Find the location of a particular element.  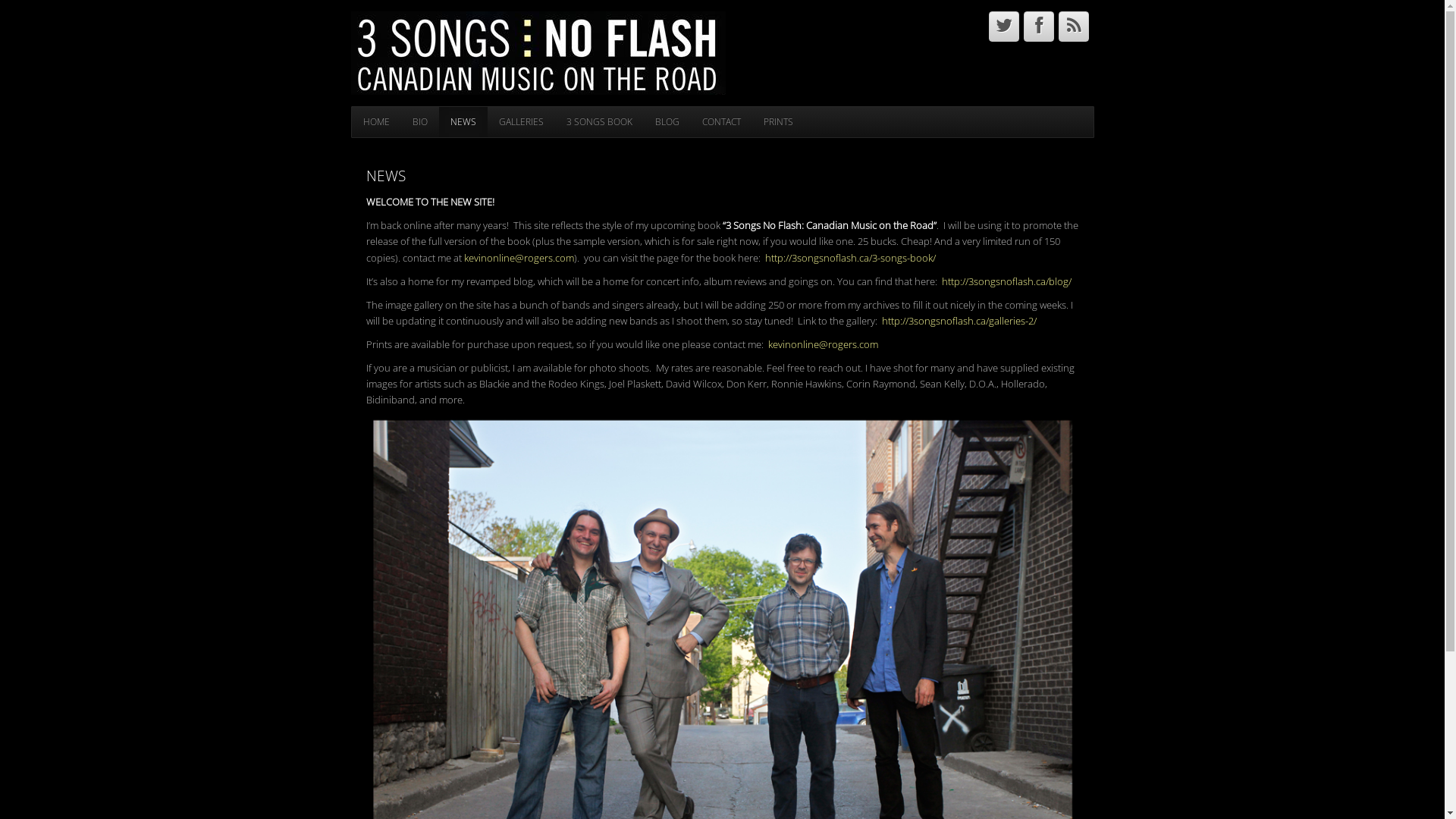

'BIO' is located at coordinates (400, 121).